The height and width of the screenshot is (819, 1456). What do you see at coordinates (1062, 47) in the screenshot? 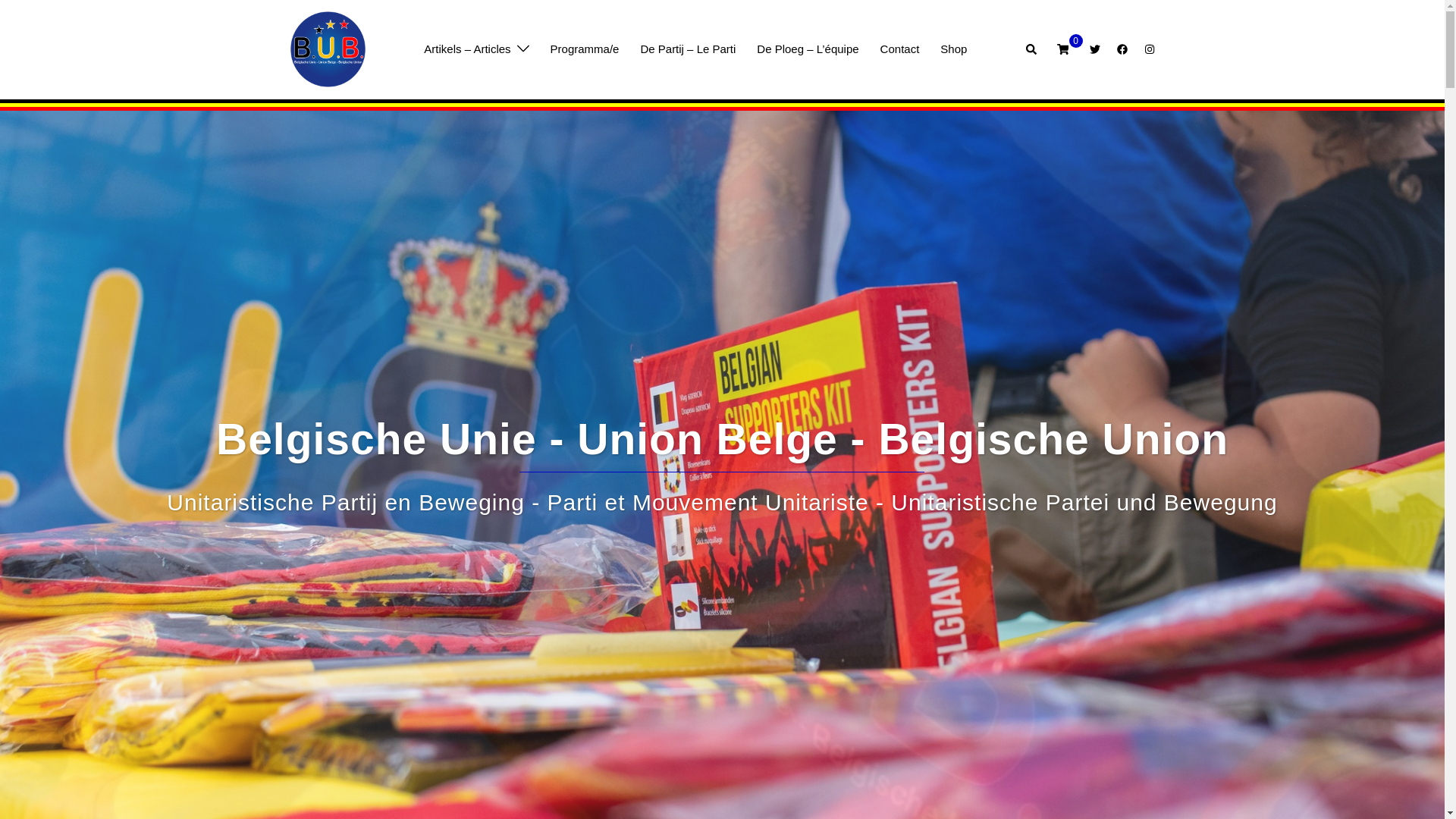
I see `'0'` at bounding box center [1062, 47].